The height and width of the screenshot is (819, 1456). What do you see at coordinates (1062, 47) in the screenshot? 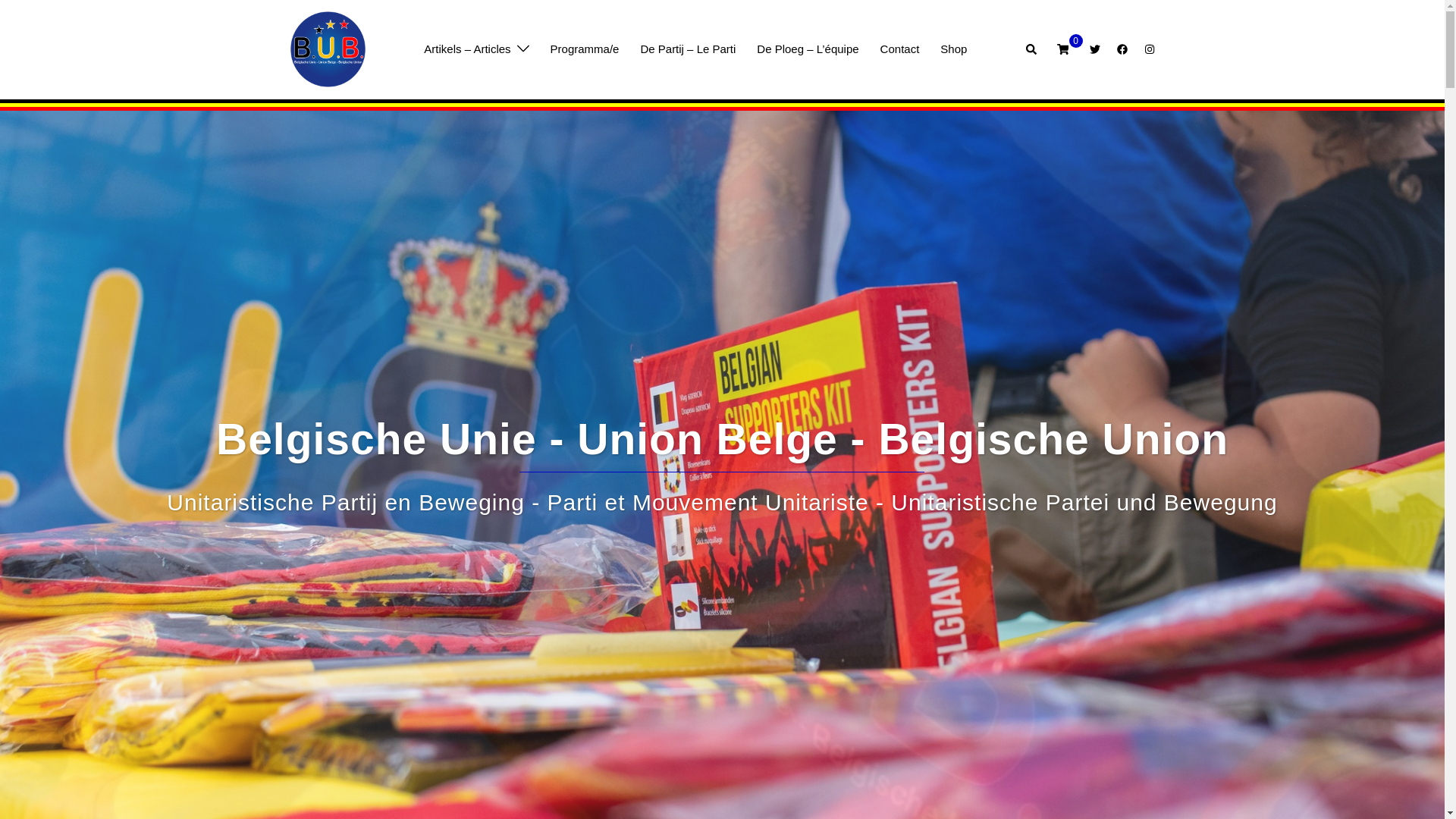
I see `'0'` at bounding box center [1062, 47].